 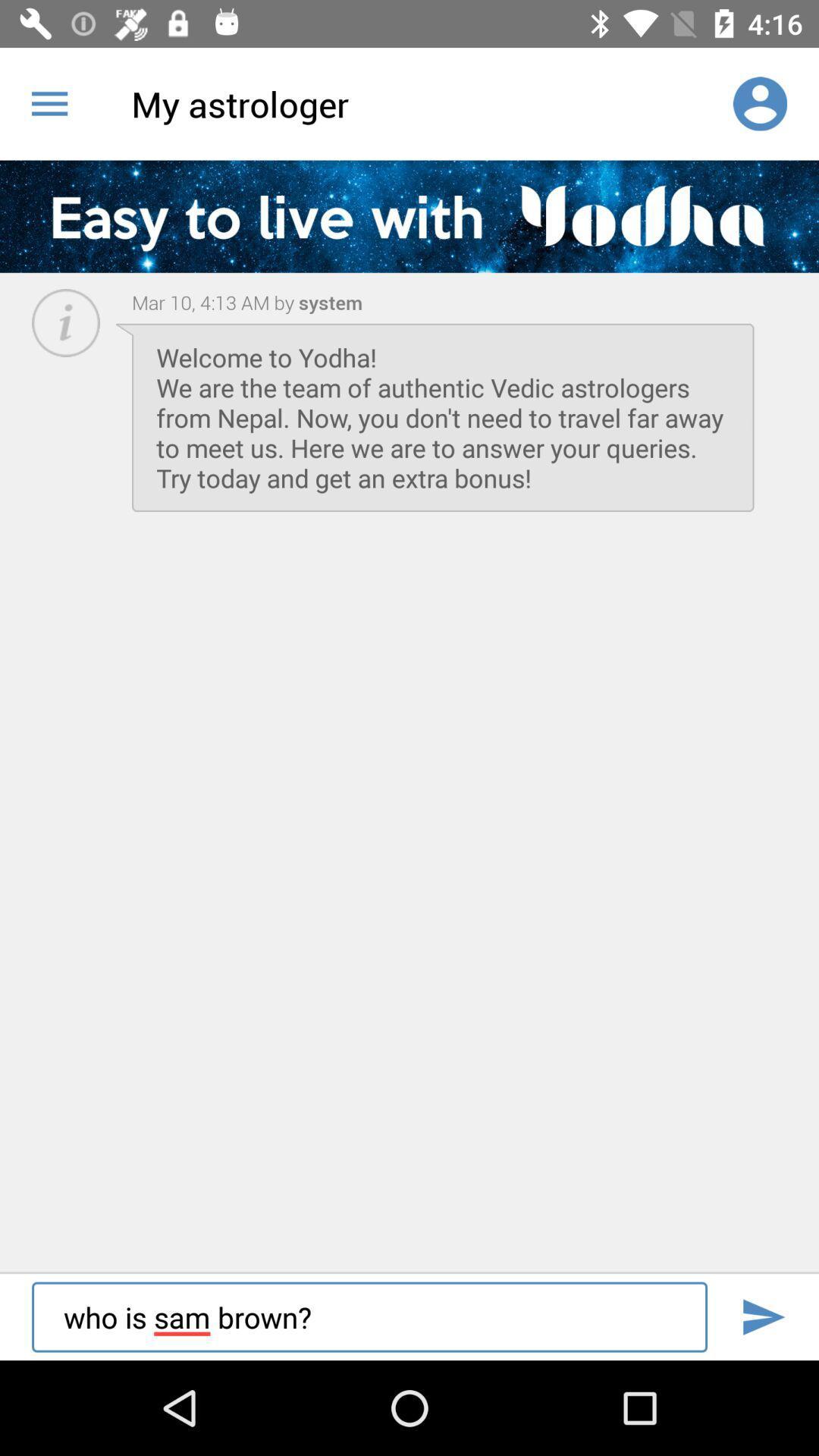 What do you see at coordinates (443, 417) in the screenshot?
I see `the item below mar 10 4 item` at bounding box center [443, 417].